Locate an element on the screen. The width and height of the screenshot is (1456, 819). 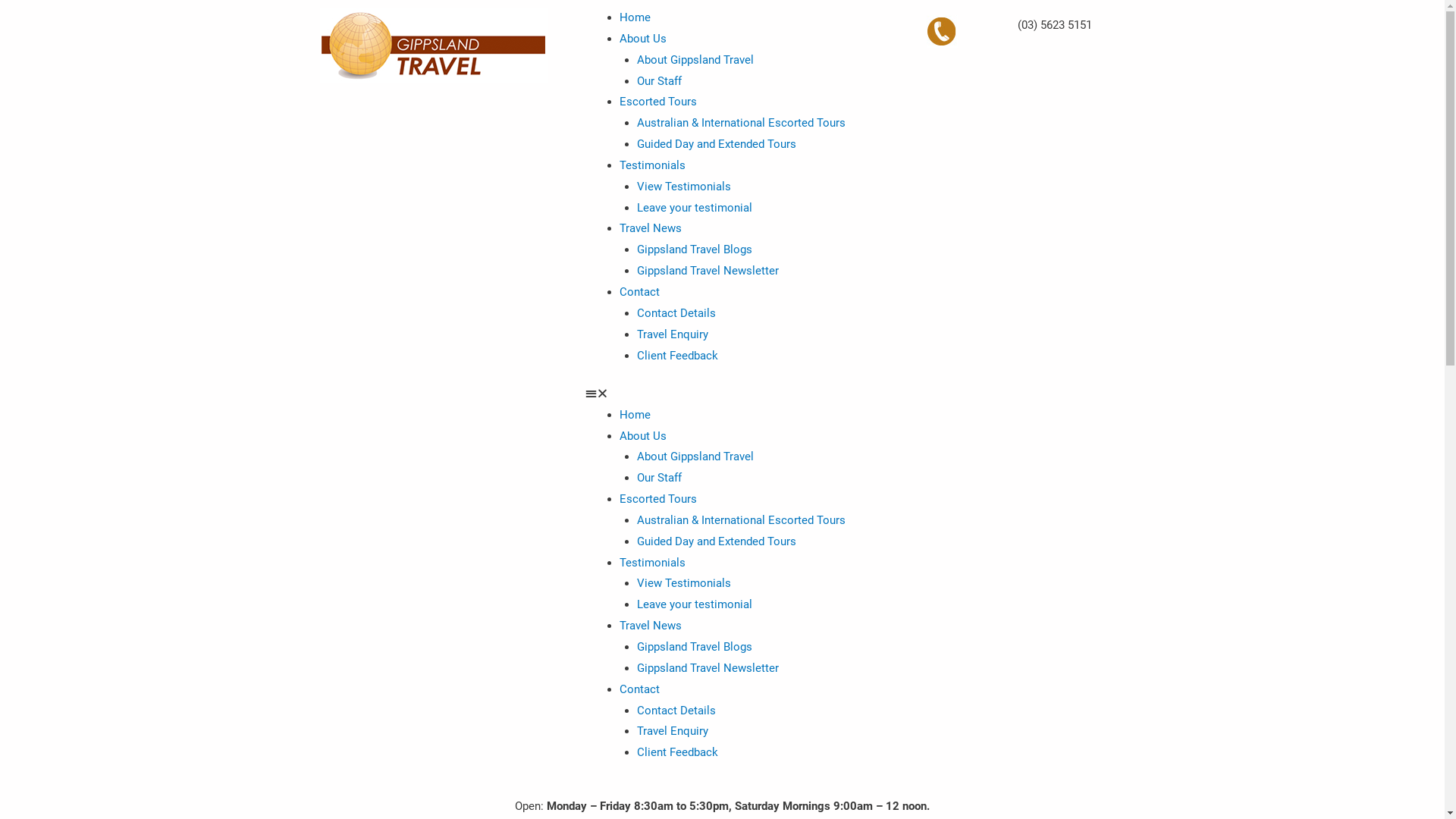
'Leave your testimonial' is located at coordinates (637, 207).